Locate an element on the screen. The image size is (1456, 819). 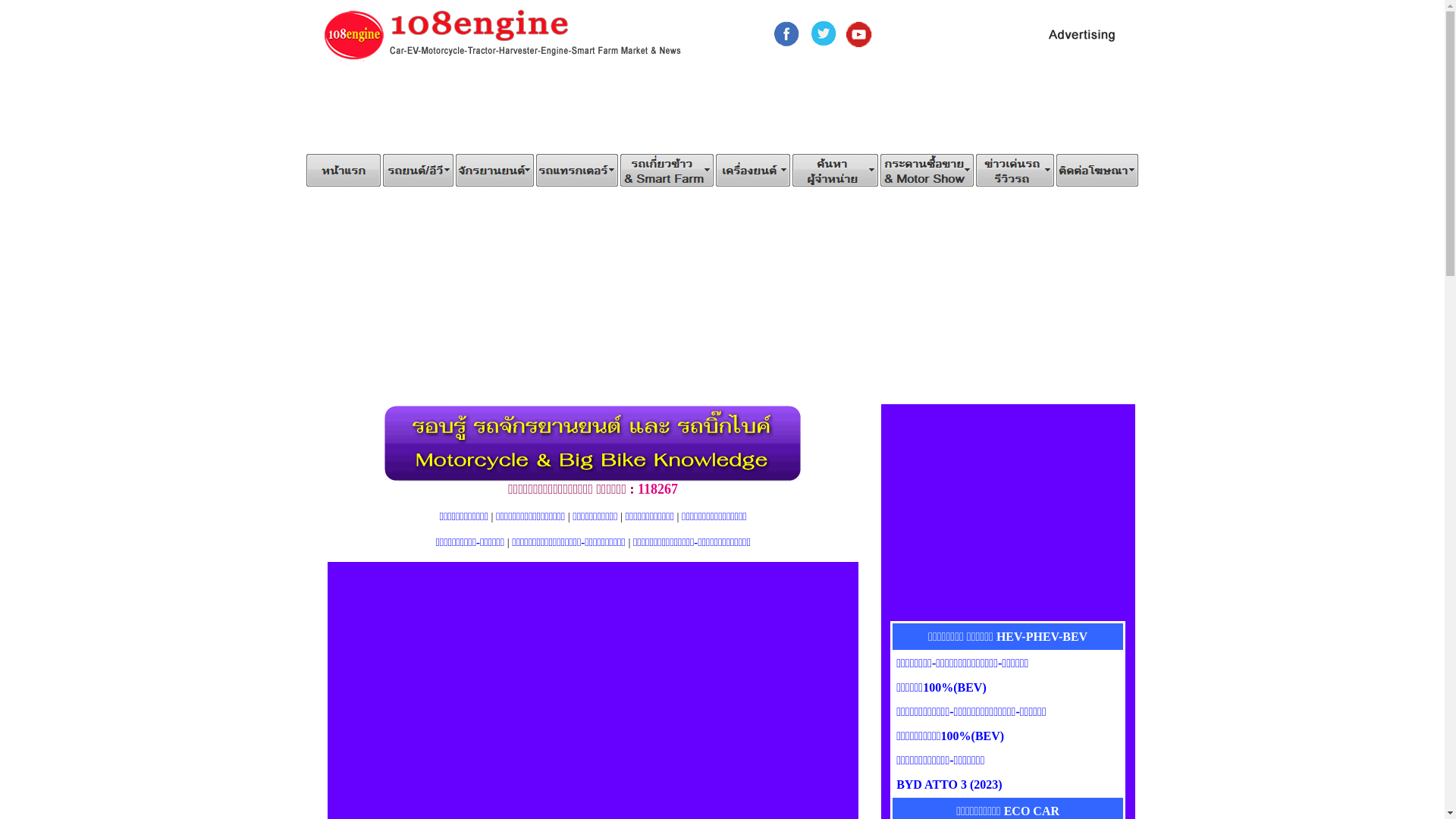
'FarmTractors' is located at coordinates (535, 170).